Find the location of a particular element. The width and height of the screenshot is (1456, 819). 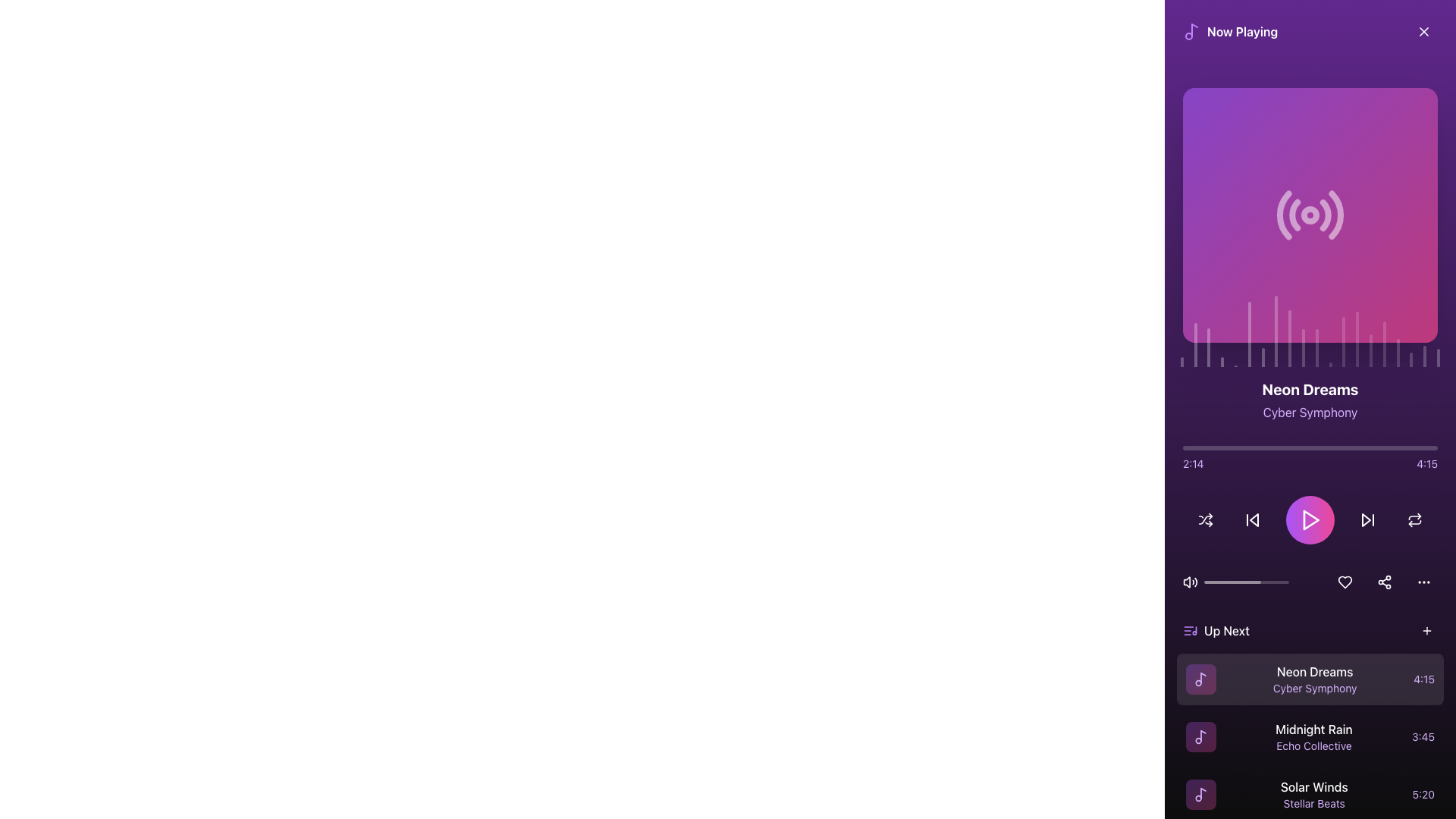

the visual indicator bar, which is the nineteenth bar from the left in the horizontal group positioned at the bottom of the panel is located at coordinates (1424, 356).